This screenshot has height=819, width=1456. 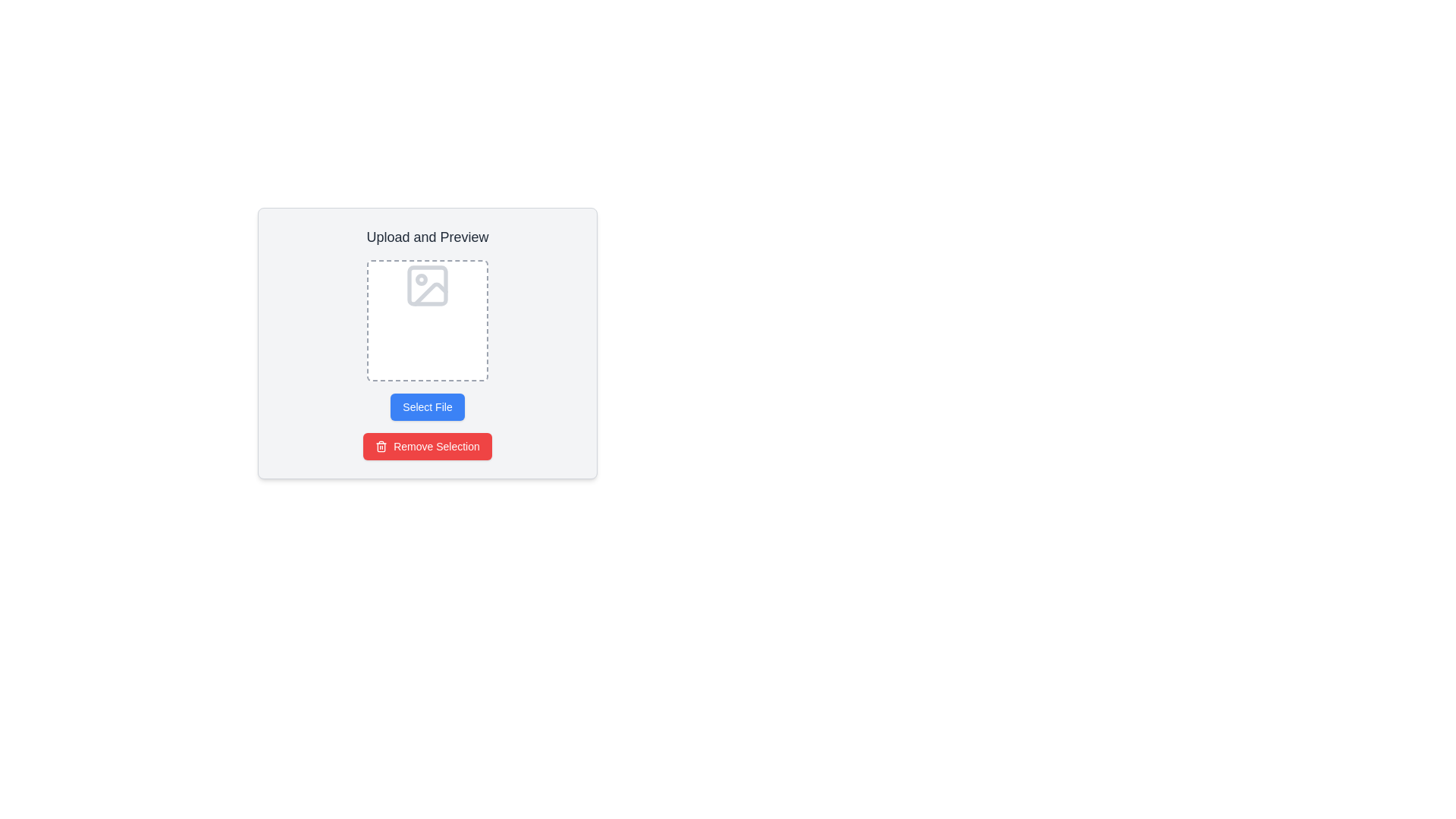 I want to click on the blue 'Select File' button with white text, which is located underneath a dashed box and above a red 'Remove Selection' button, so click(x=426, y=406).